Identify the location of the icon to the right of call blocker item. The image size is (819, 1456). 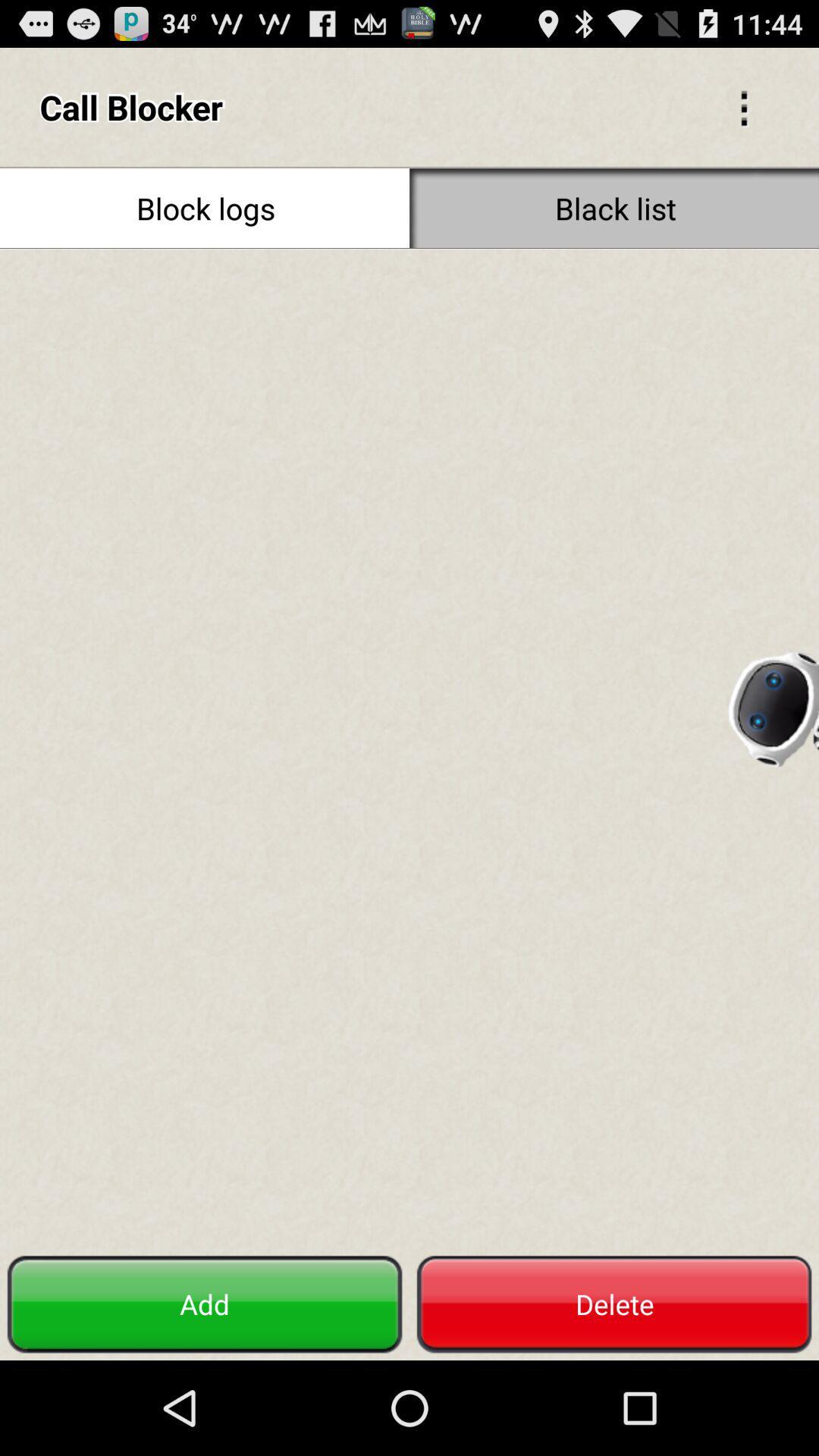
(743, 106).